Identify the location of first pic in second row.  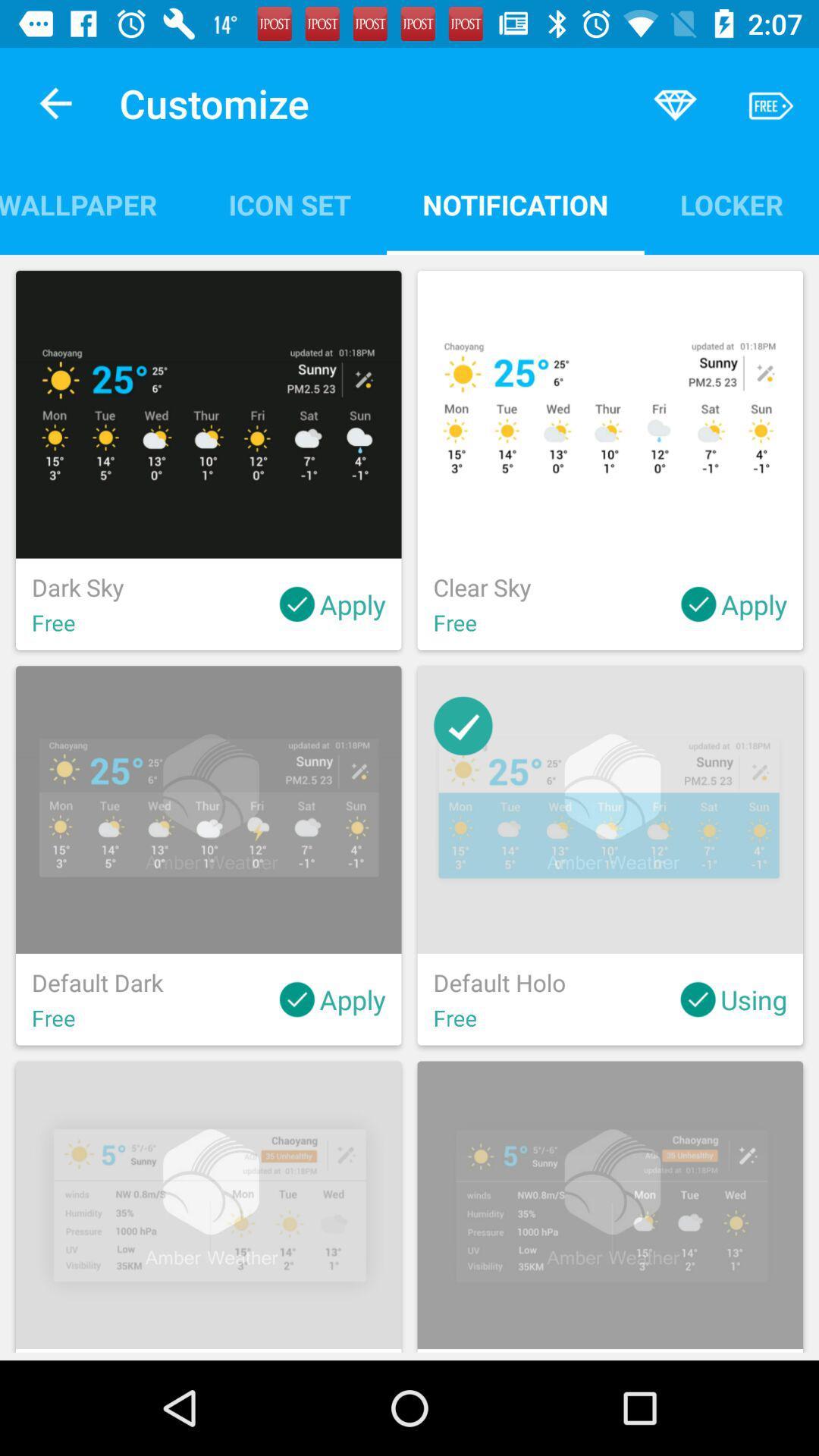
(209, 855).